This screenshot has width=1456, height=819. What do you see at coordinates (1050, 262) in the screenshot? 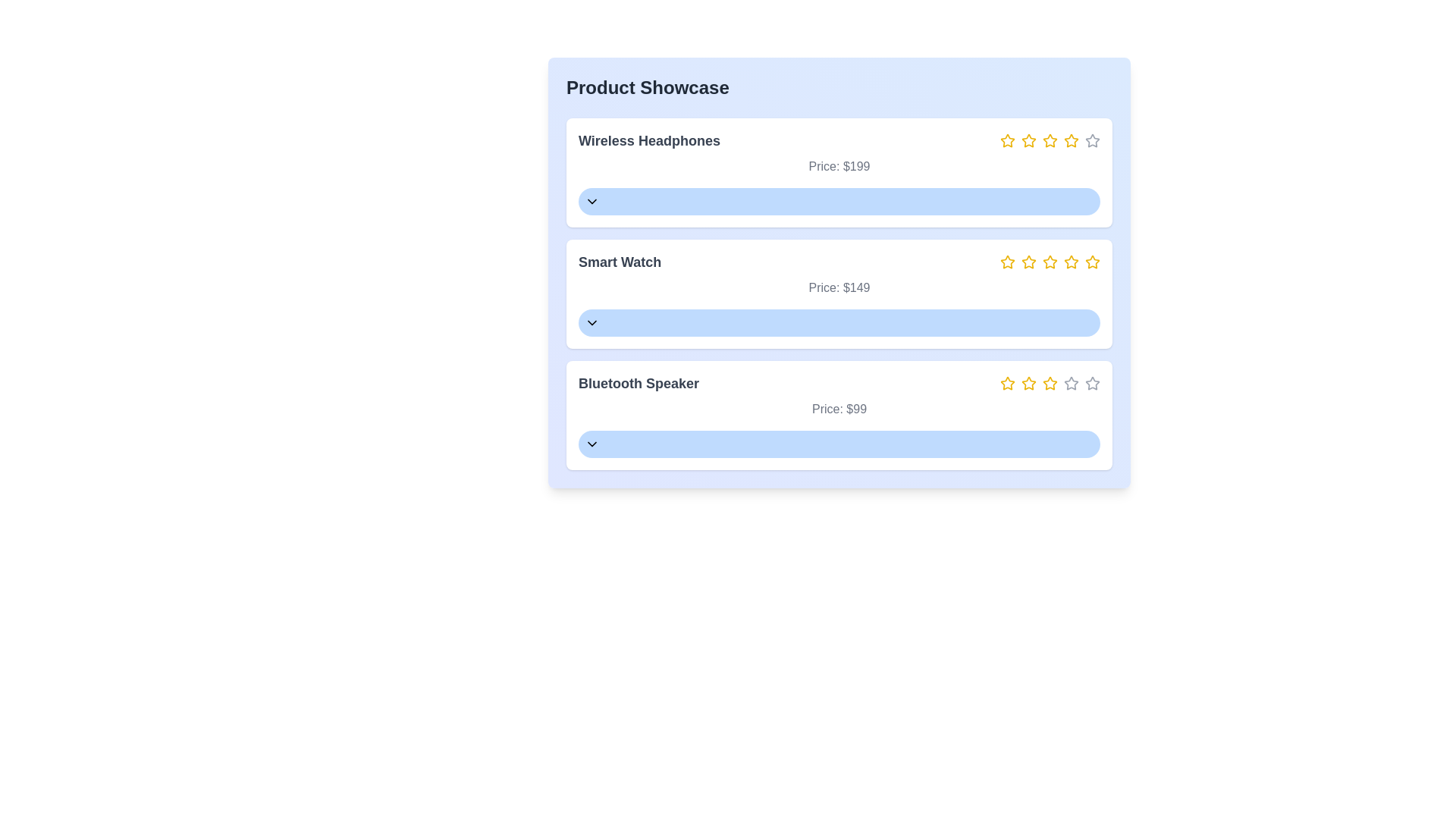
I see `the third yellow Rating Star Icon in the horizontal group of five stars located to the right of the 'Smart Watch' text and price information` at bounding box center [1050, 262].